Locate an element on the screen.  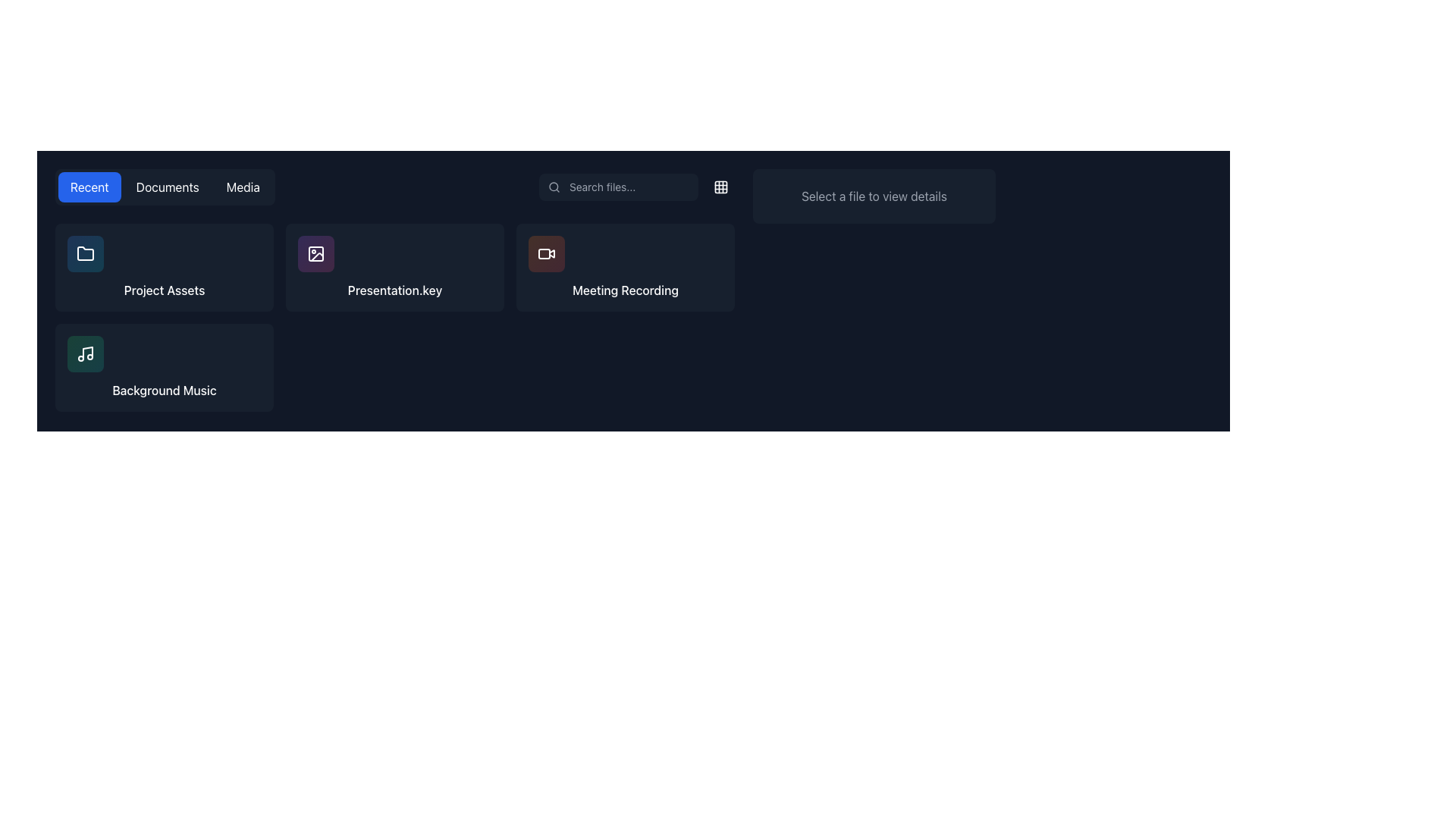
the button with an embedded grid icon located at the top-right end of the horizontal layout is located at coordinates (720, 186).